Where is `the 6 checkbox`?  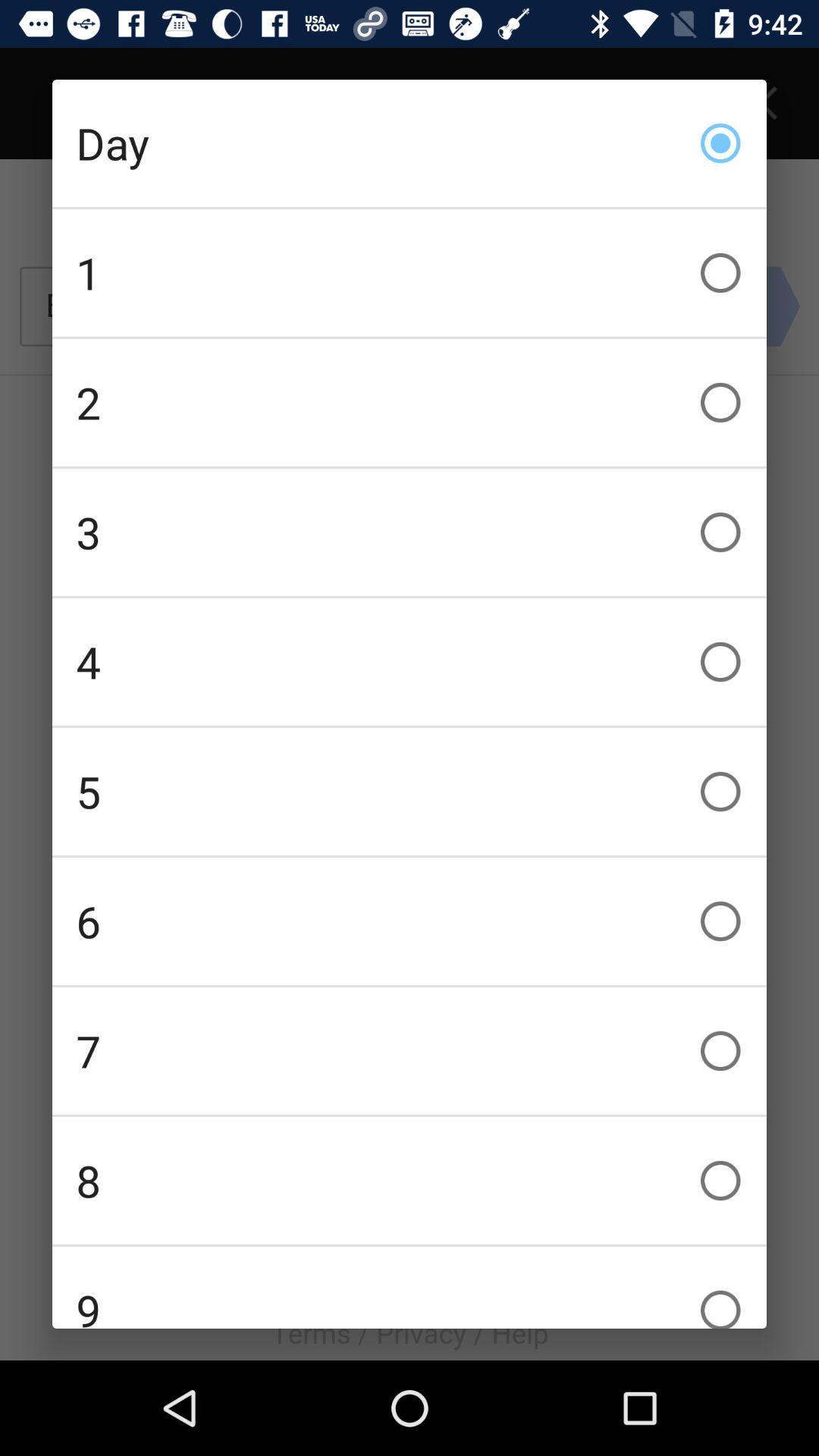
the 6 checkbox is located at coordinates (409, 920).